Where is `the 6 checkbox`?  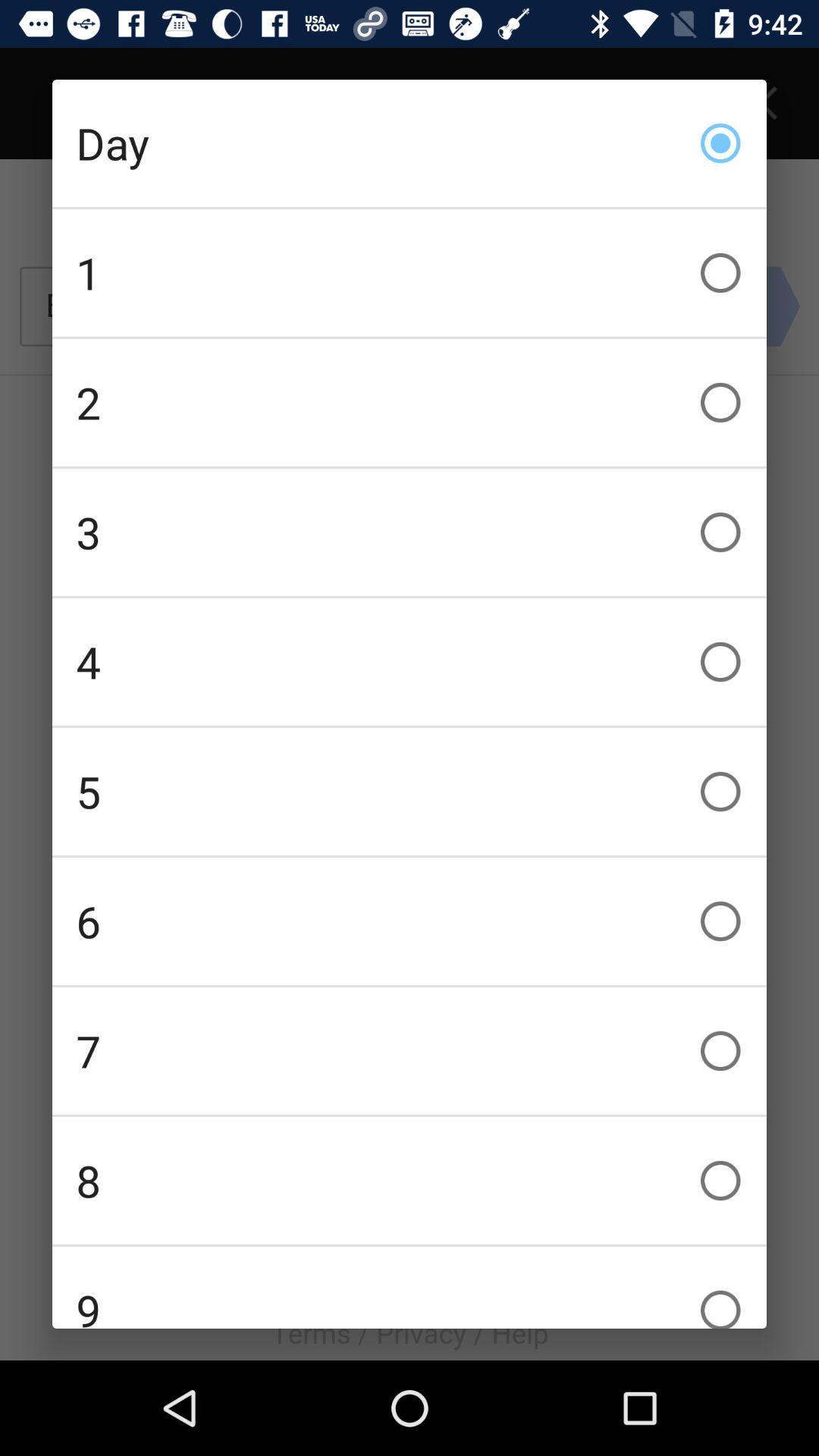
the 6 checkbox is located at coordinates (409, 920).